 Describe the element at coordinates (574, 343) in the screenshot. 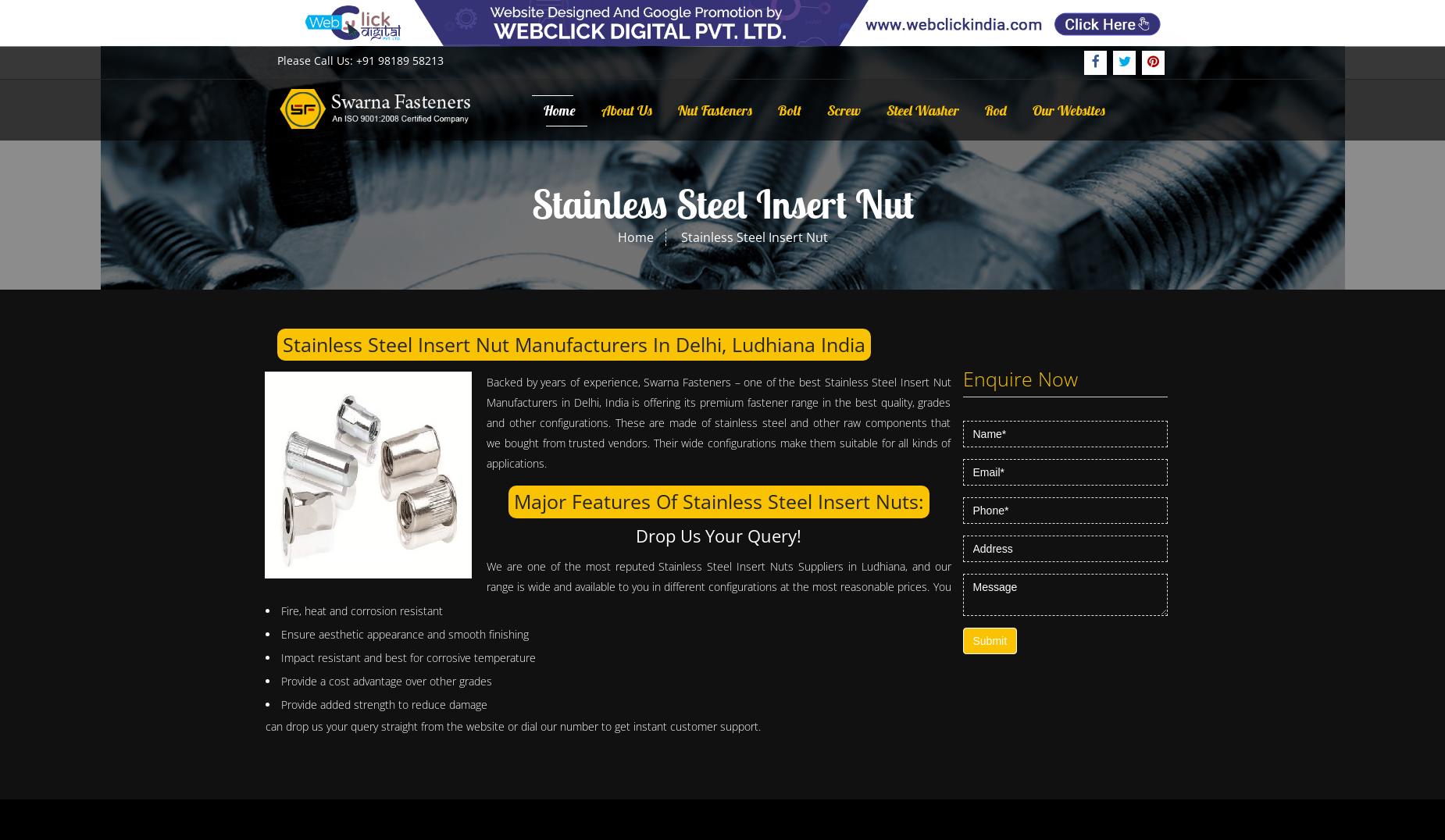

I see `'Stainless Steel Insert Nut Manufacturers In Delhi, Ludhiana India'` at that location.